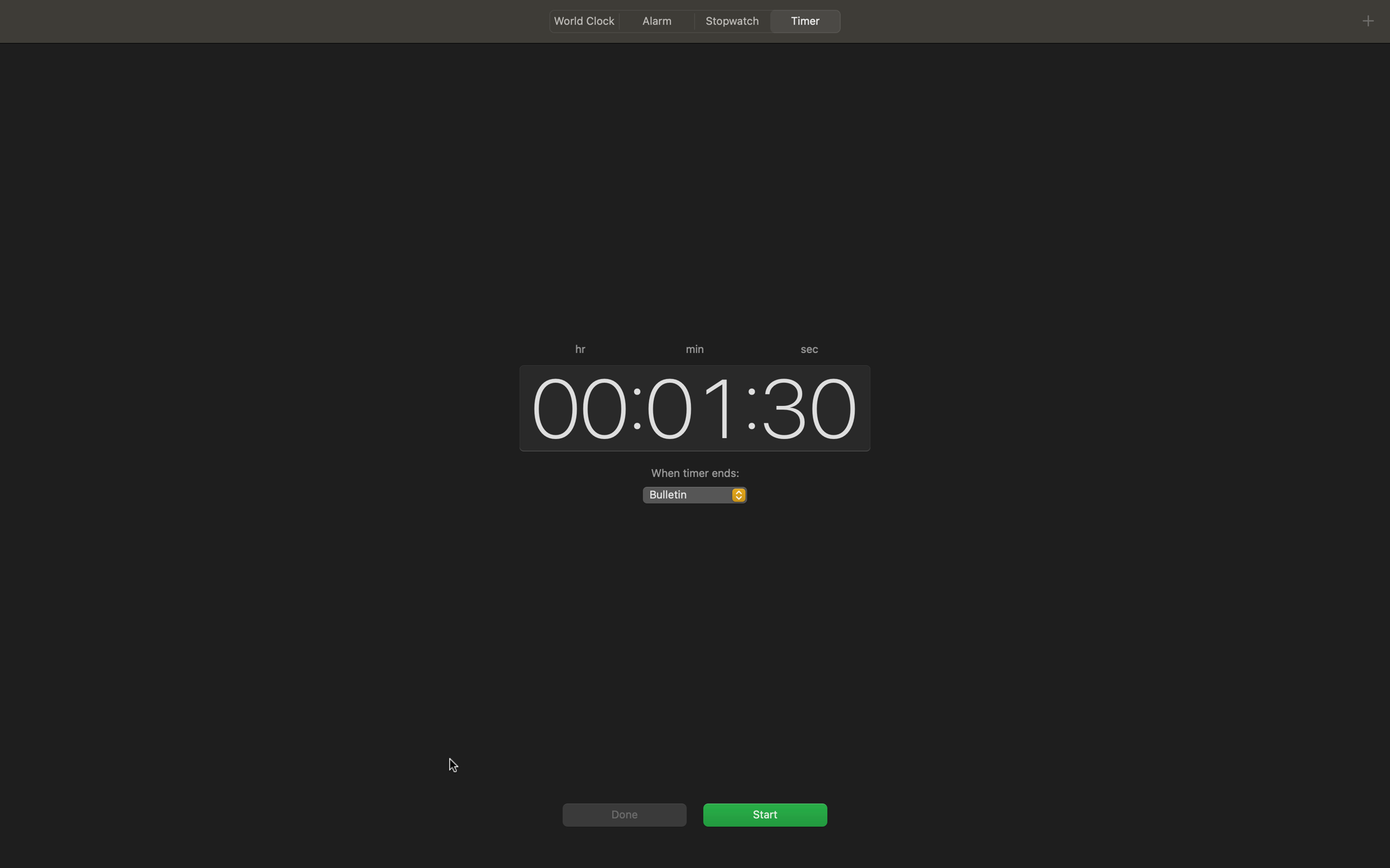 The image size is (1390, 868). What do you see at coordinates (623, 814) in the screenshot?
I see `Complete the action by clicking "done"` at bounding box center [623, 814].